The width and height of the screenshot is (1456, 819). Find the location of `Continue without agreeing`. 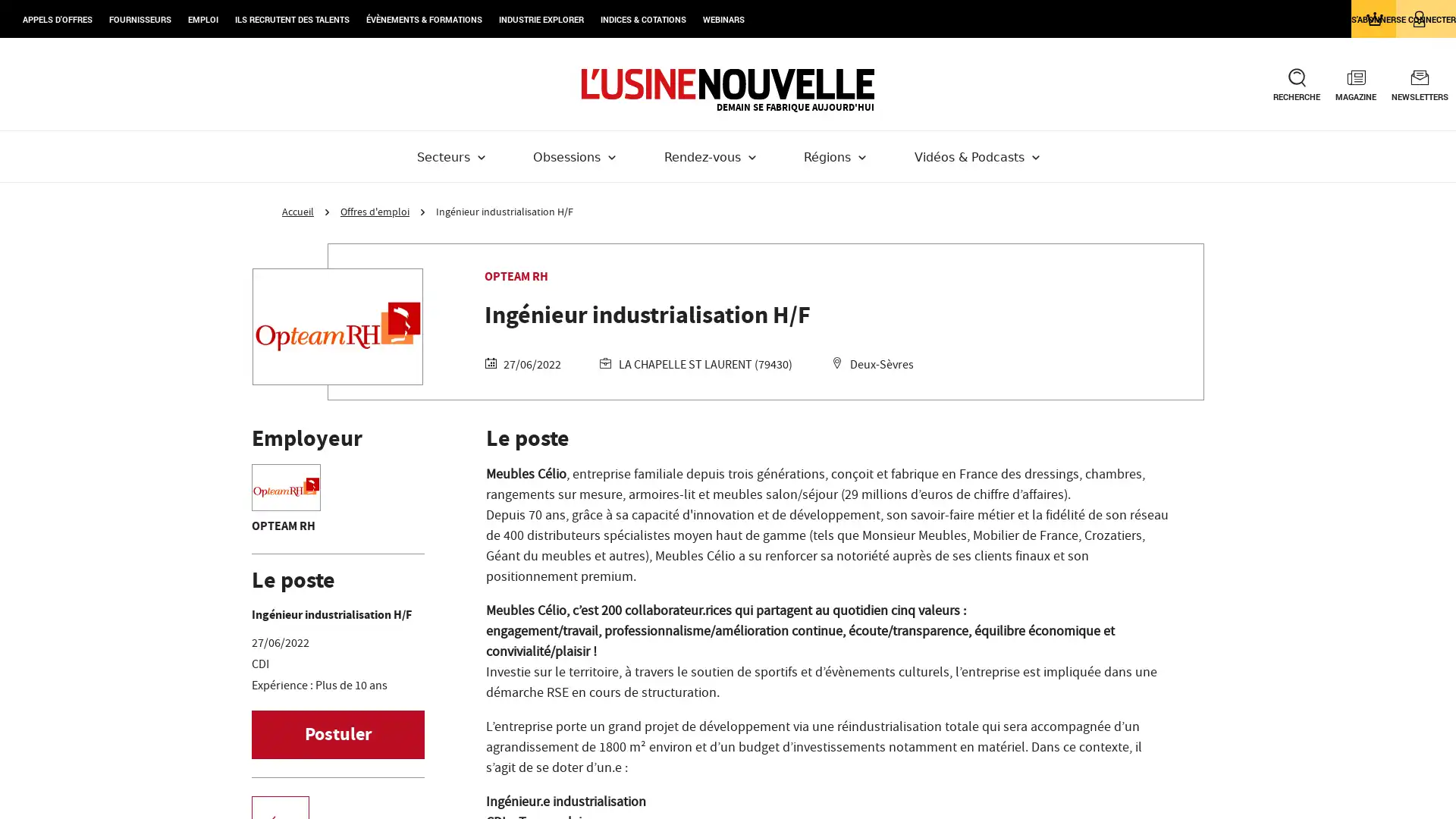

Continue without agreeing is located at coordinates (902, 253).